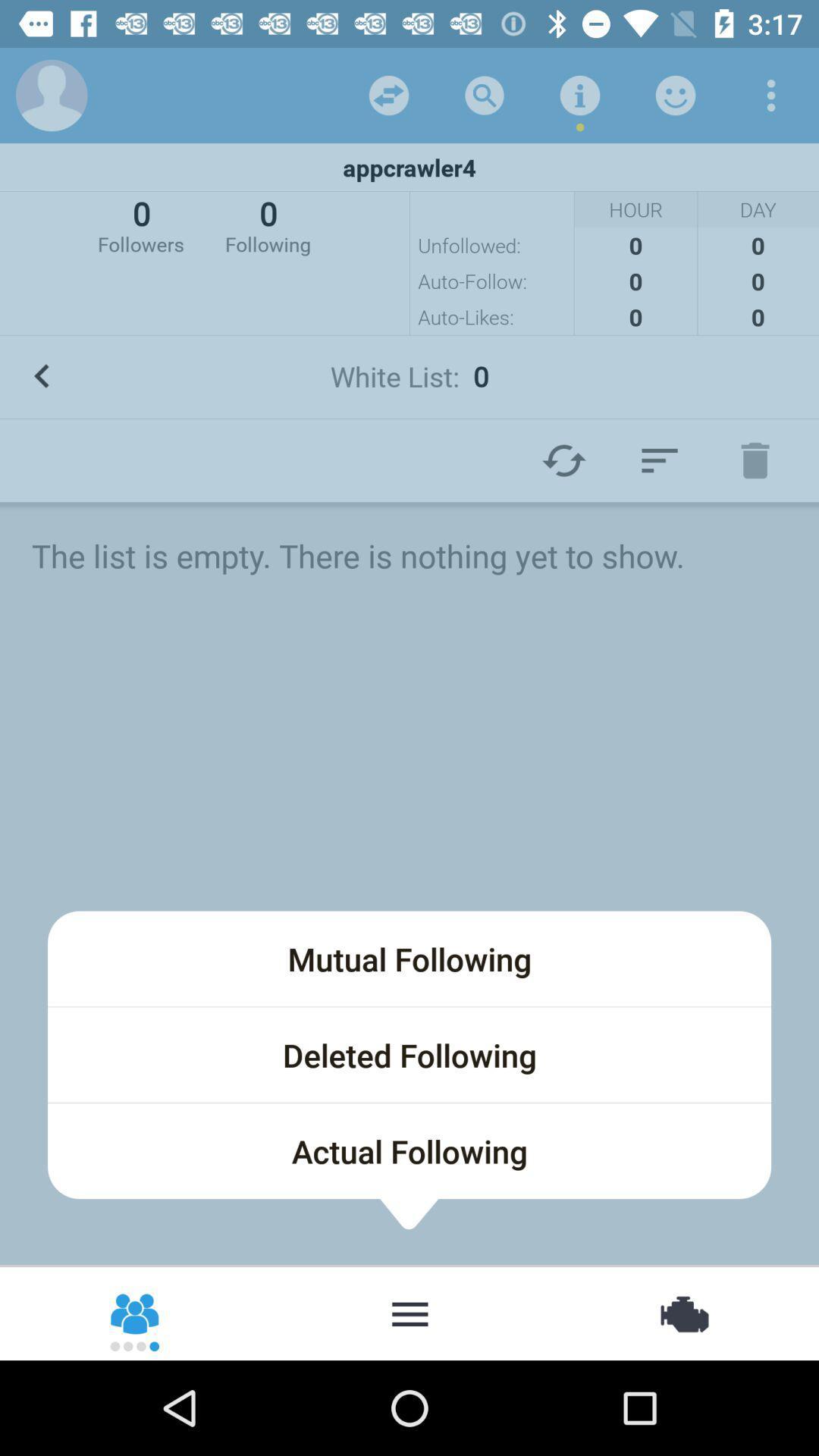 This screenshot has height=1456, width=819. I want to click on previous page, so click(41, 376).